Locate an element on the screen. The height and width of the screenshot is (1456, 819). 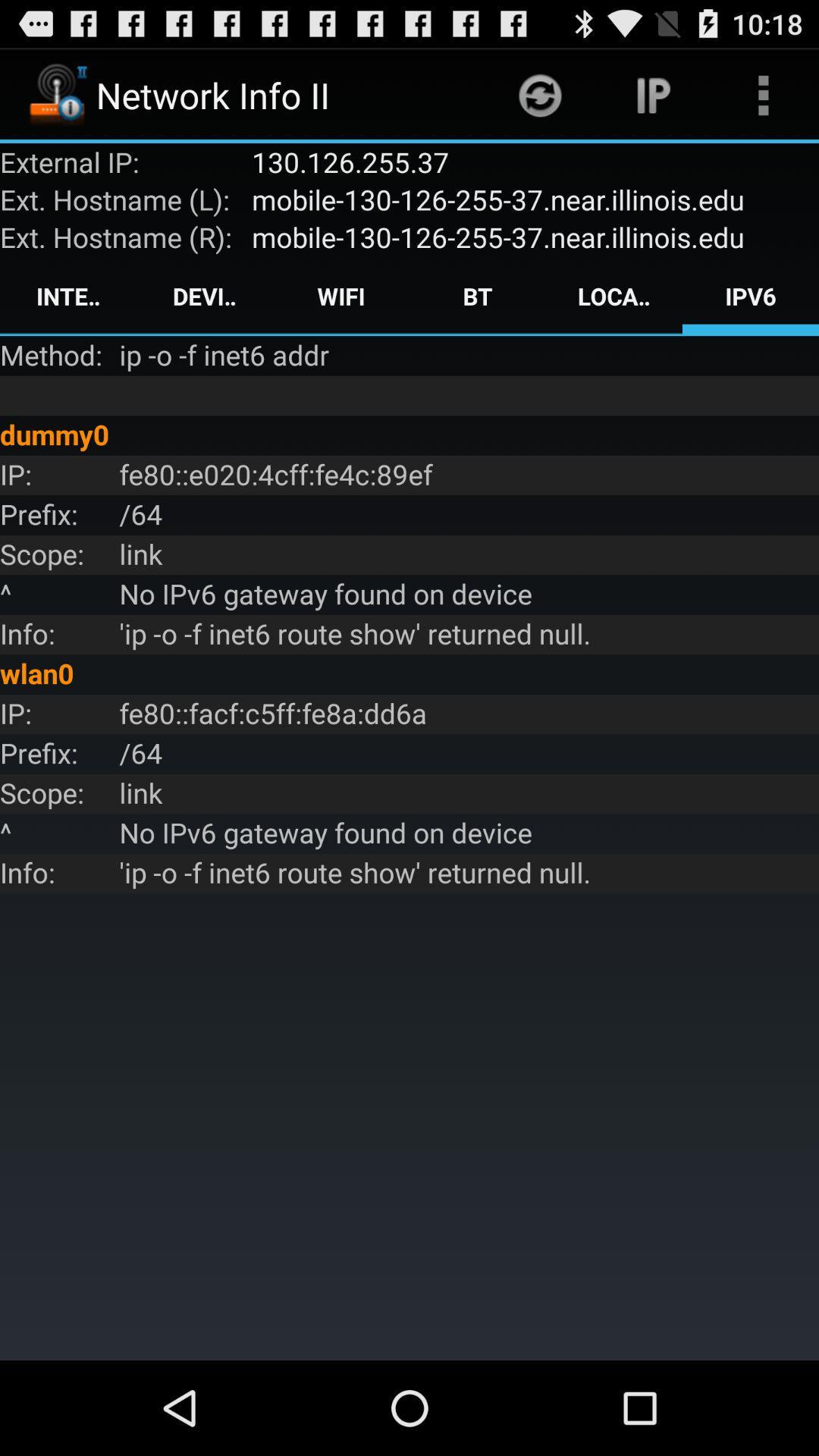
the app above the method: icon is located at coordinates (67, 296).